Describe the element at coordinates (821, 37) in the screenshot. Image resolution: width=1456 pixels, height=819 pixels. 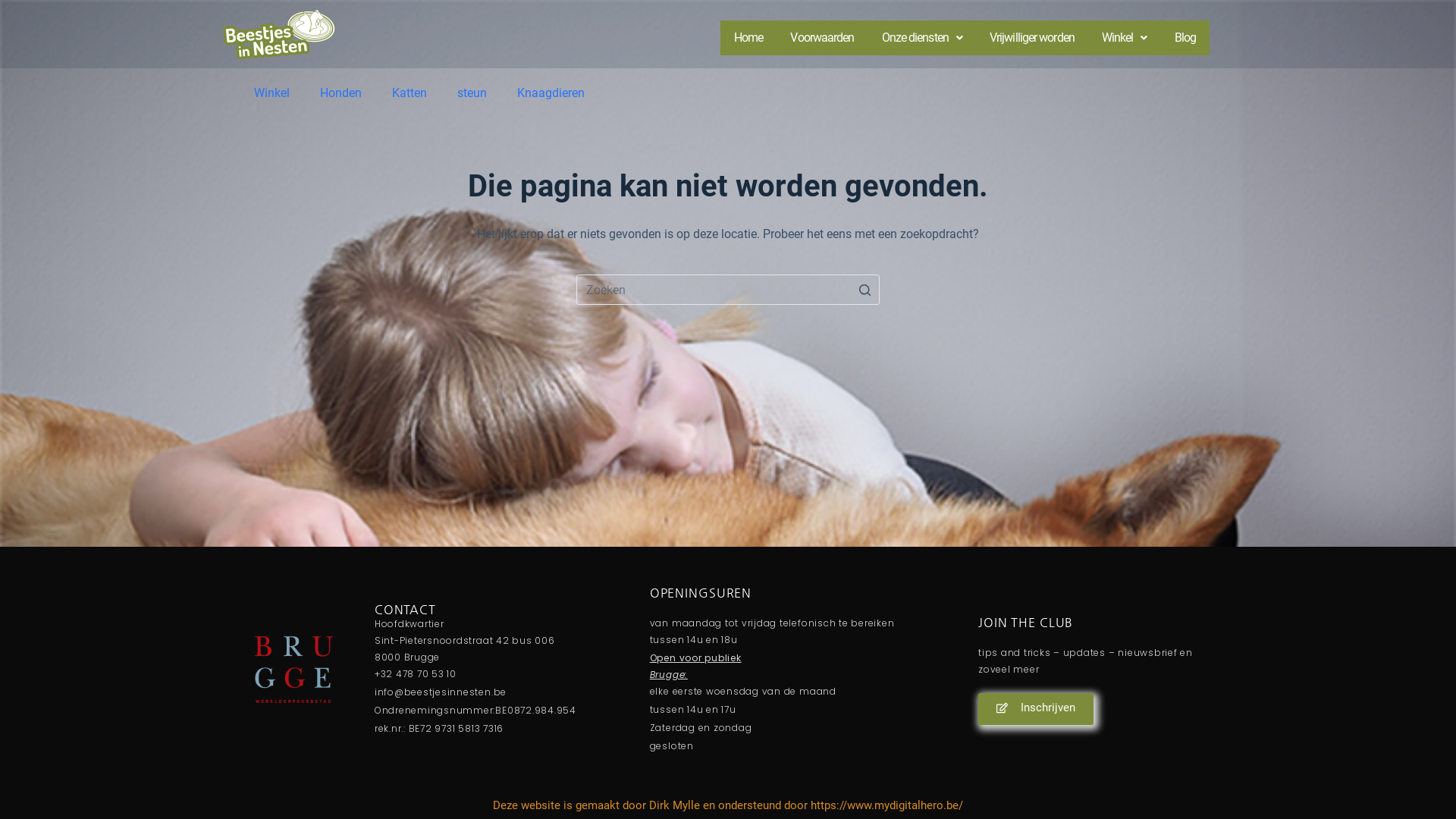
I see `'Voorwaarden'` at that location.